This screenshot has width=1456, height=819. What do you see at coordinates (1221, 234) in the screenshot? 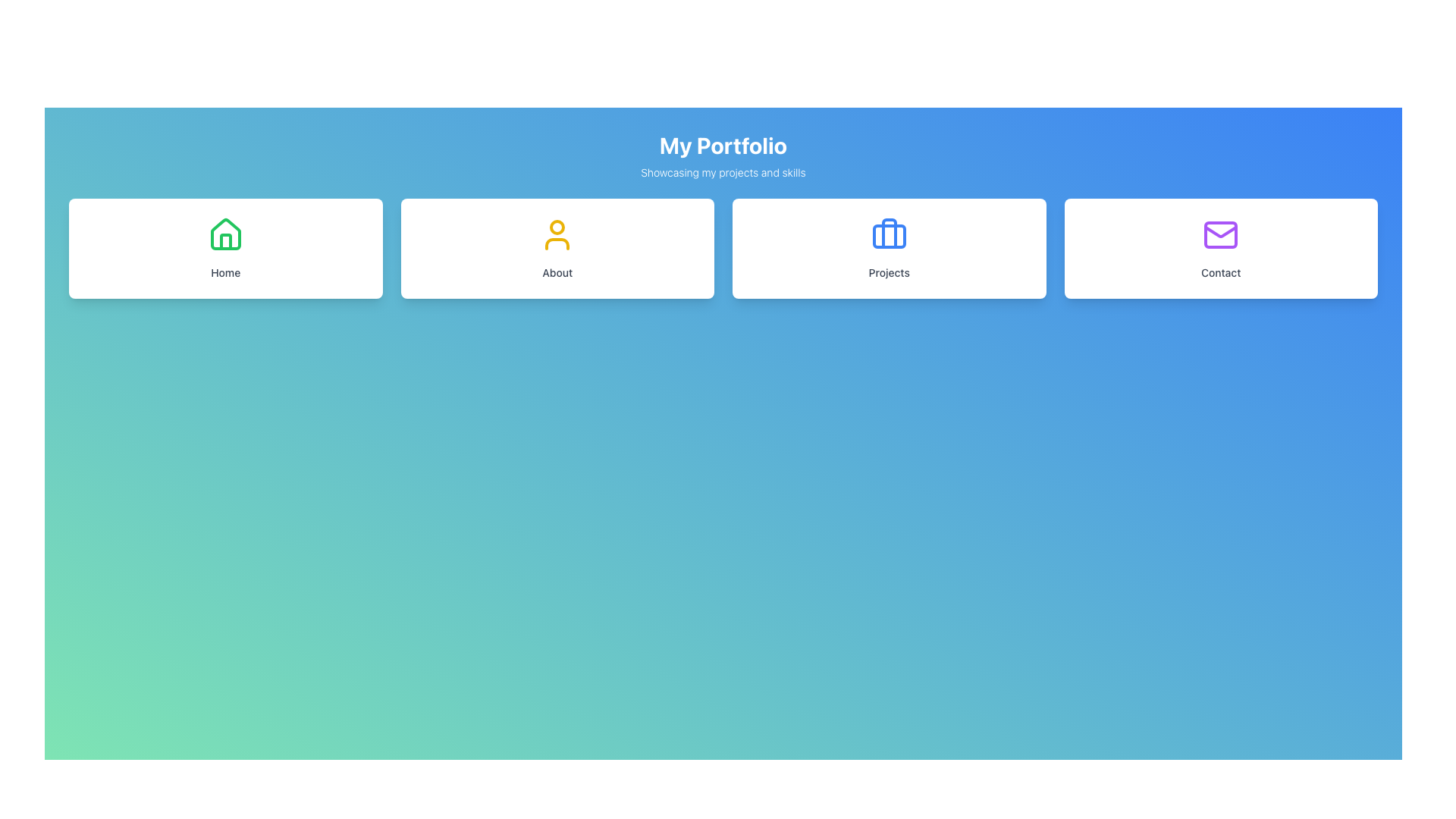
I see `the visual representation of the envelope icon, which is centrally positioned within the envelope icon on the fourth card at the far right of the row` at bounding box center [1221, 234].